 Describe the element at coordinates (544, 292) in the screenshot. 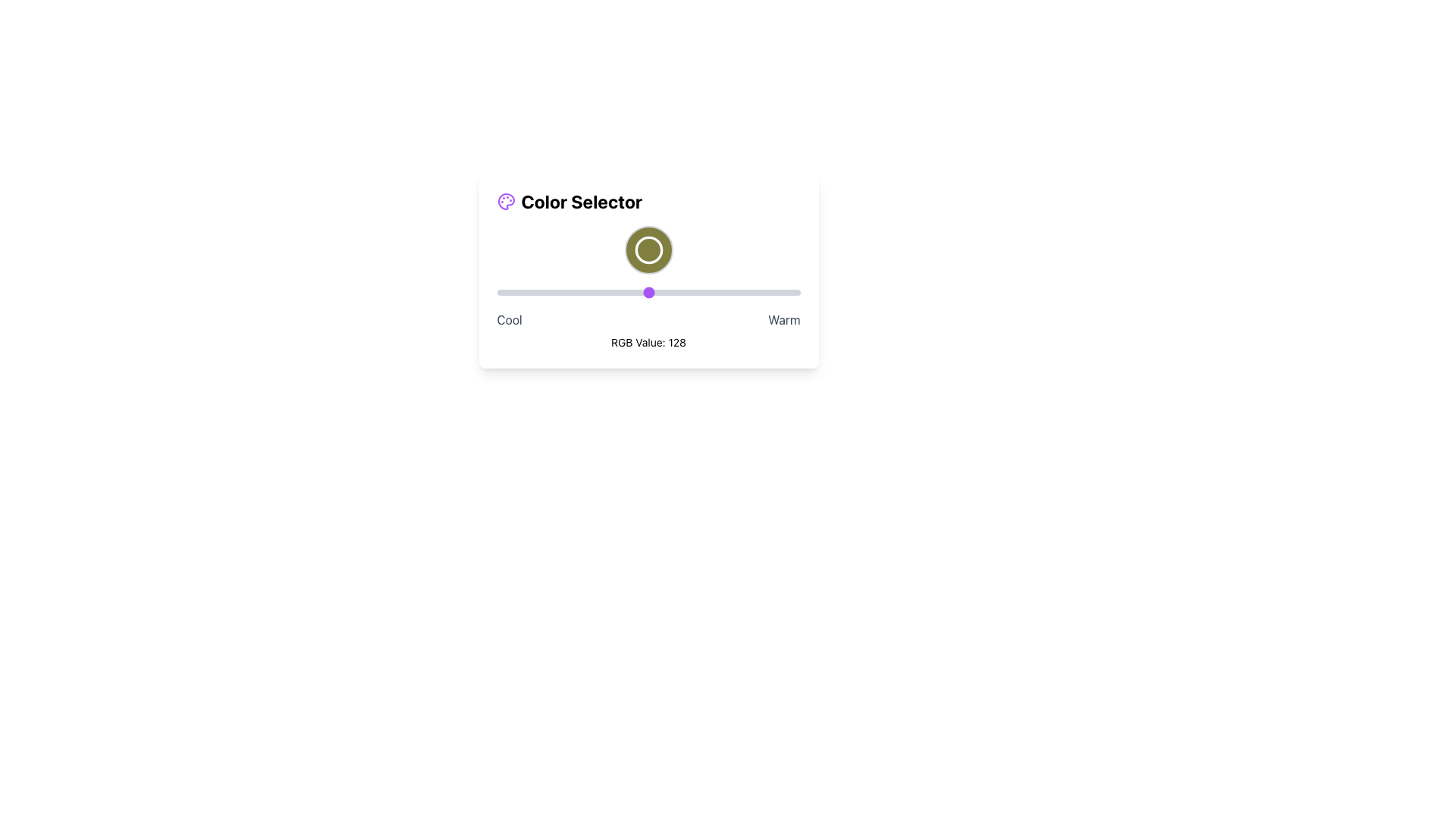

I see `the color selector` at that location.